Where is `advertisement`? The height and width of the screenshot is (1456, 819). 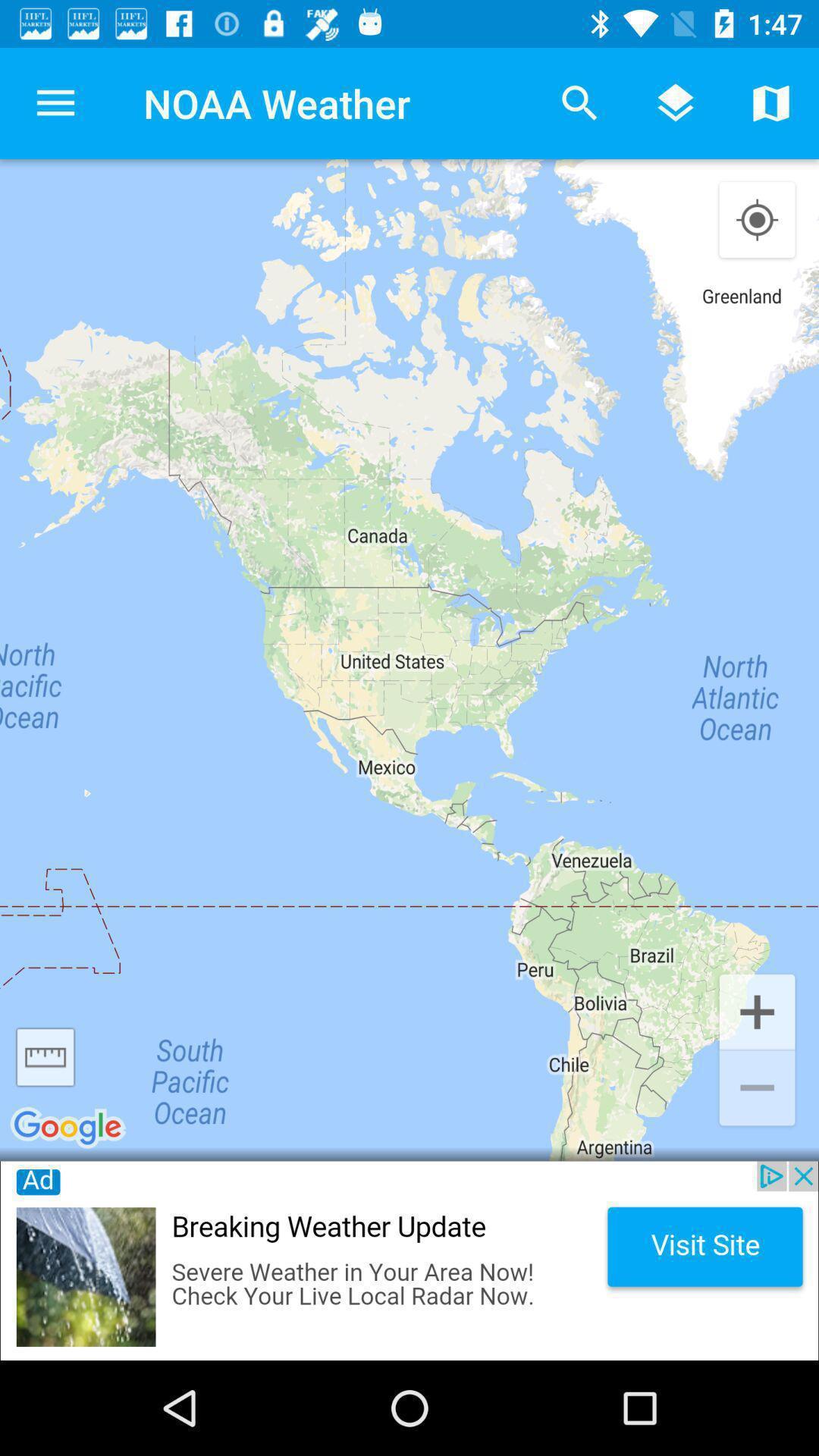
advertisement is located at coordinates (409, 1260).